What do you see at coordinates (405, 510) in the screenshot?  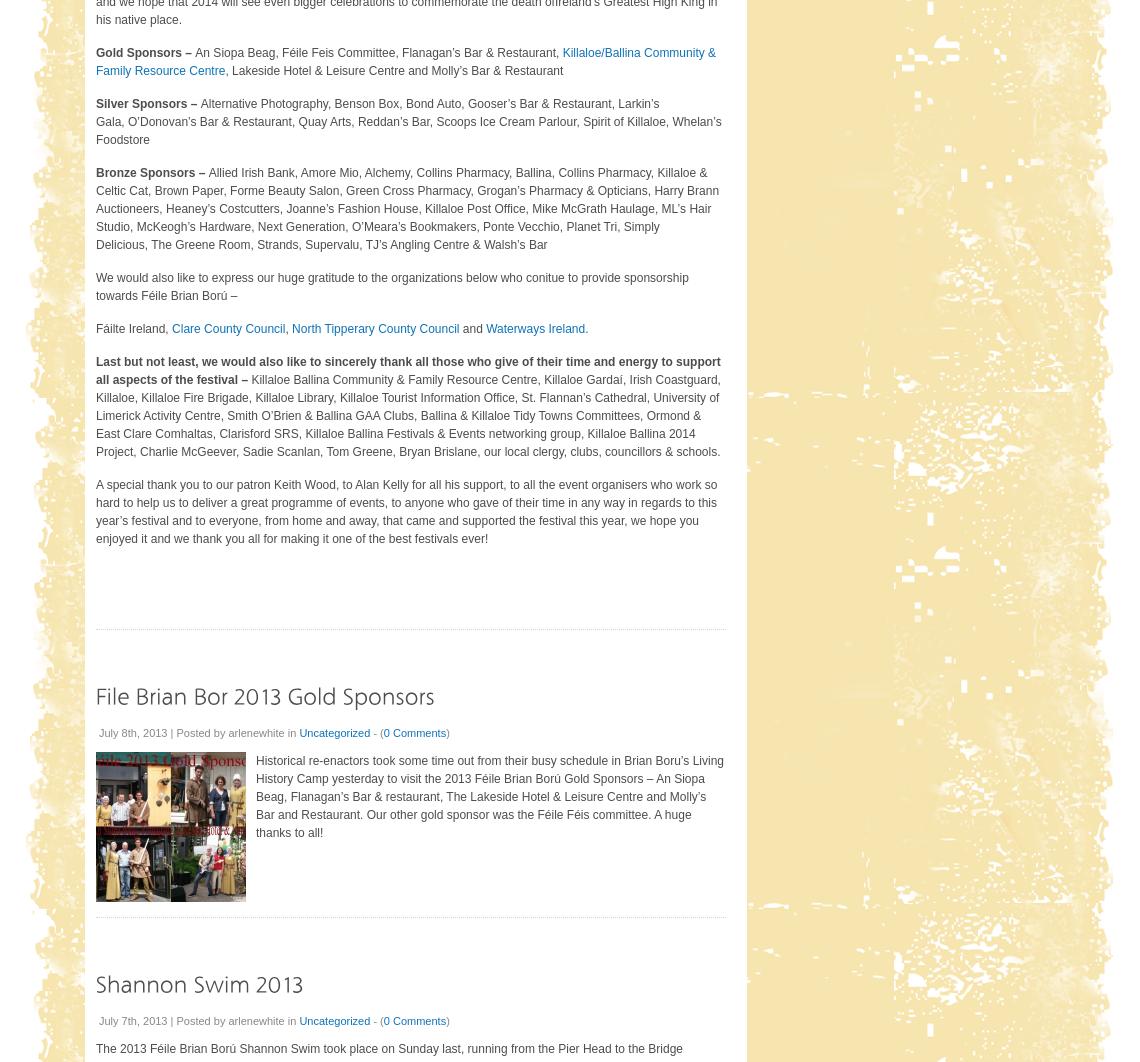 I see `'A special thank you to our patron Keith Wood, to Alan Kelly for all his support, to all the event organisers who work so hard to help us to deliver a great programme of events, to anyone who gave of their time in any way in regards to this year’s festival and to everyone, from home and away, that came and supported the festival this year, we hope you enjoyed it and we thank you all for making it one of the best festivals ever!'` at bounding box center [405, 510].